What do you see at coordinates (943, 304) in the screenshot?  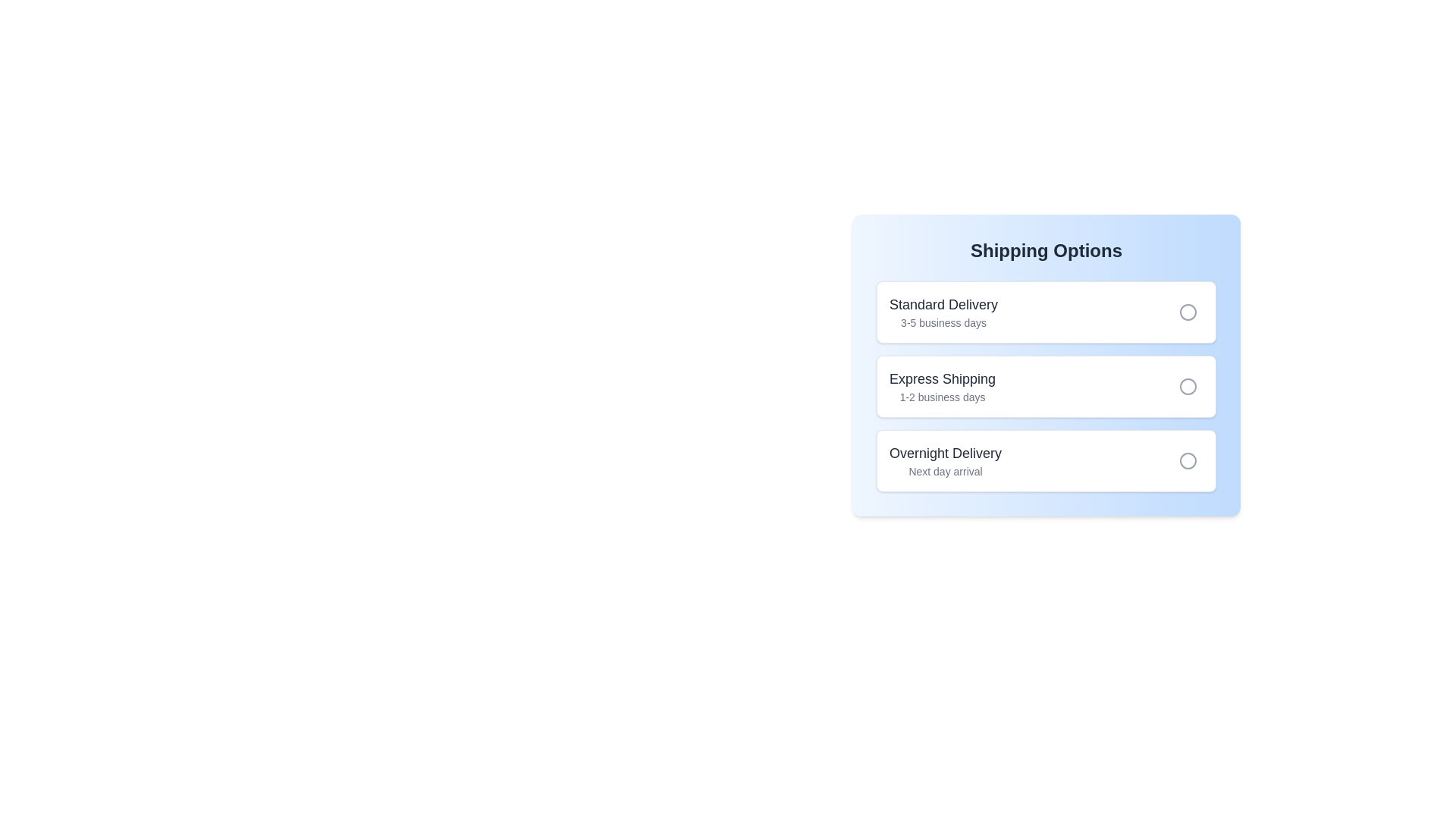 I see `the 'Standard Delivery' text label in the 'Shipping Options' section to read it` at bounding box center [943, 304].